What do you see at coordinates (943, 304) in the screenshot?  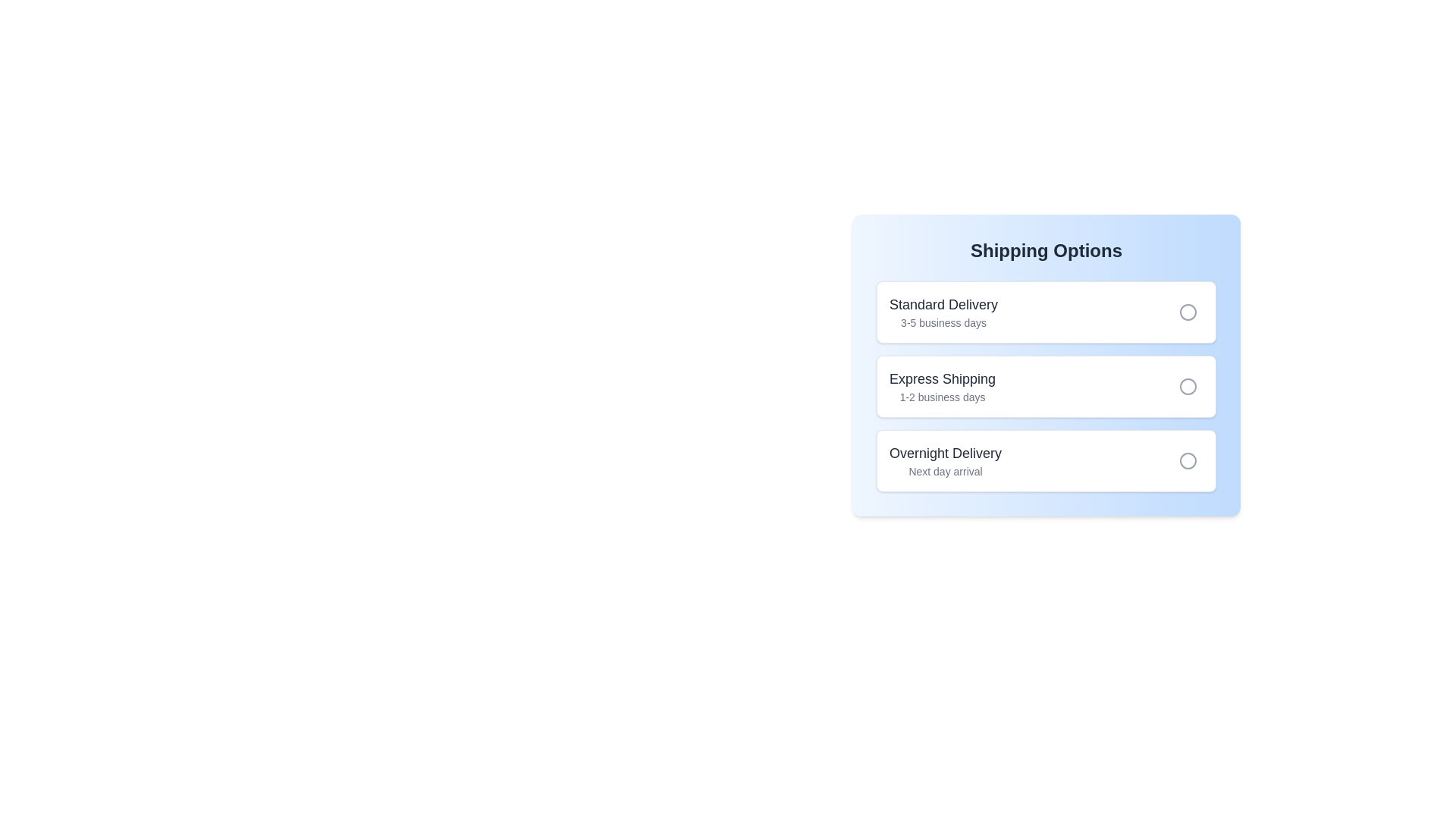 I see `the 'Standard Delivery' text label in the 'Shipping Options' section to read it` at bounding box center [943, 304].